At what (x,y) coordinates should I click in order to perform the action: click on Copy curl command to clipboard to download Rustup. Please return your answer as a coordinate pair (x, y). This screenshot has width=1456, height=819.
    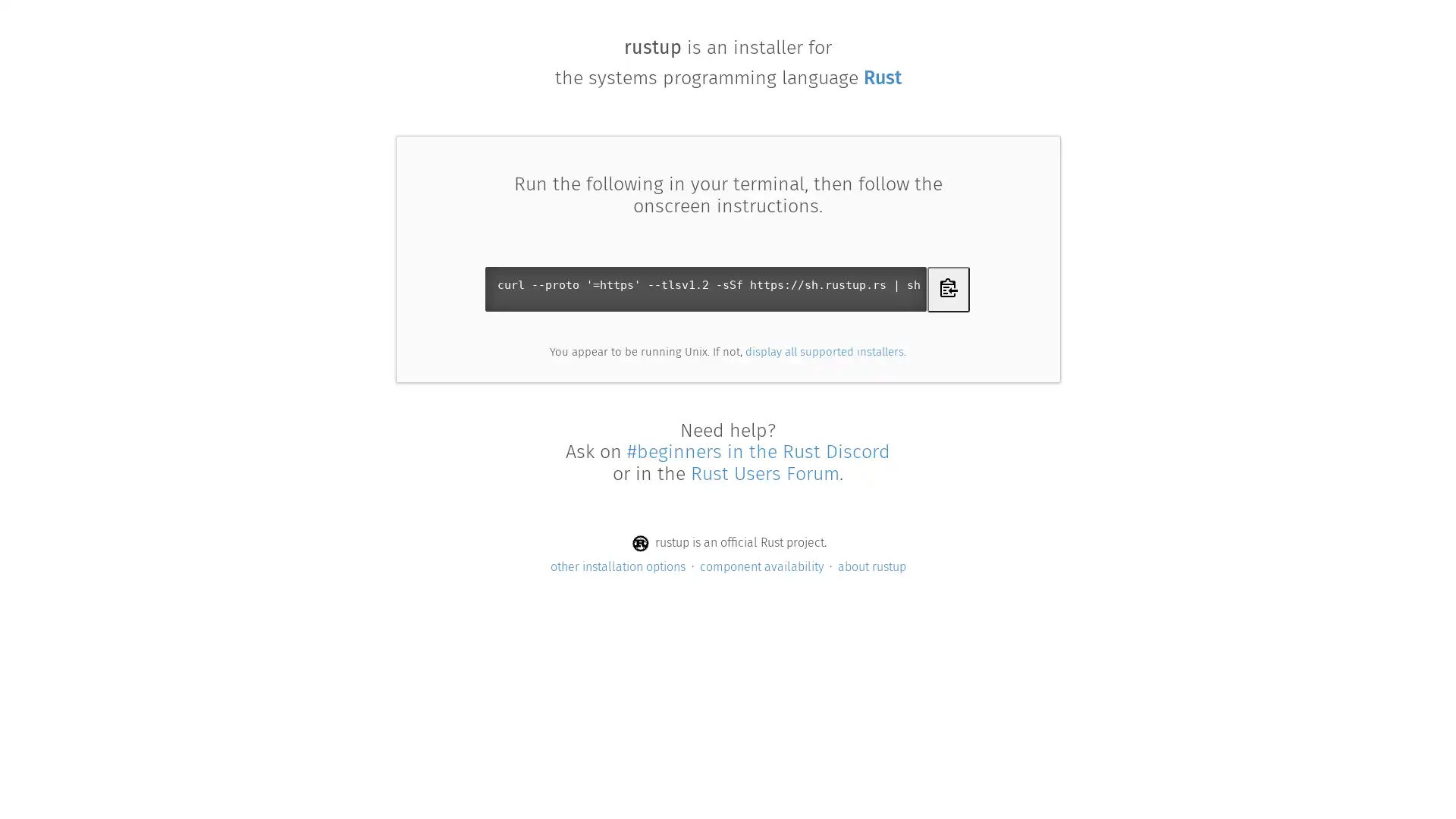
    Looking at the image, I should click on (948, 289).